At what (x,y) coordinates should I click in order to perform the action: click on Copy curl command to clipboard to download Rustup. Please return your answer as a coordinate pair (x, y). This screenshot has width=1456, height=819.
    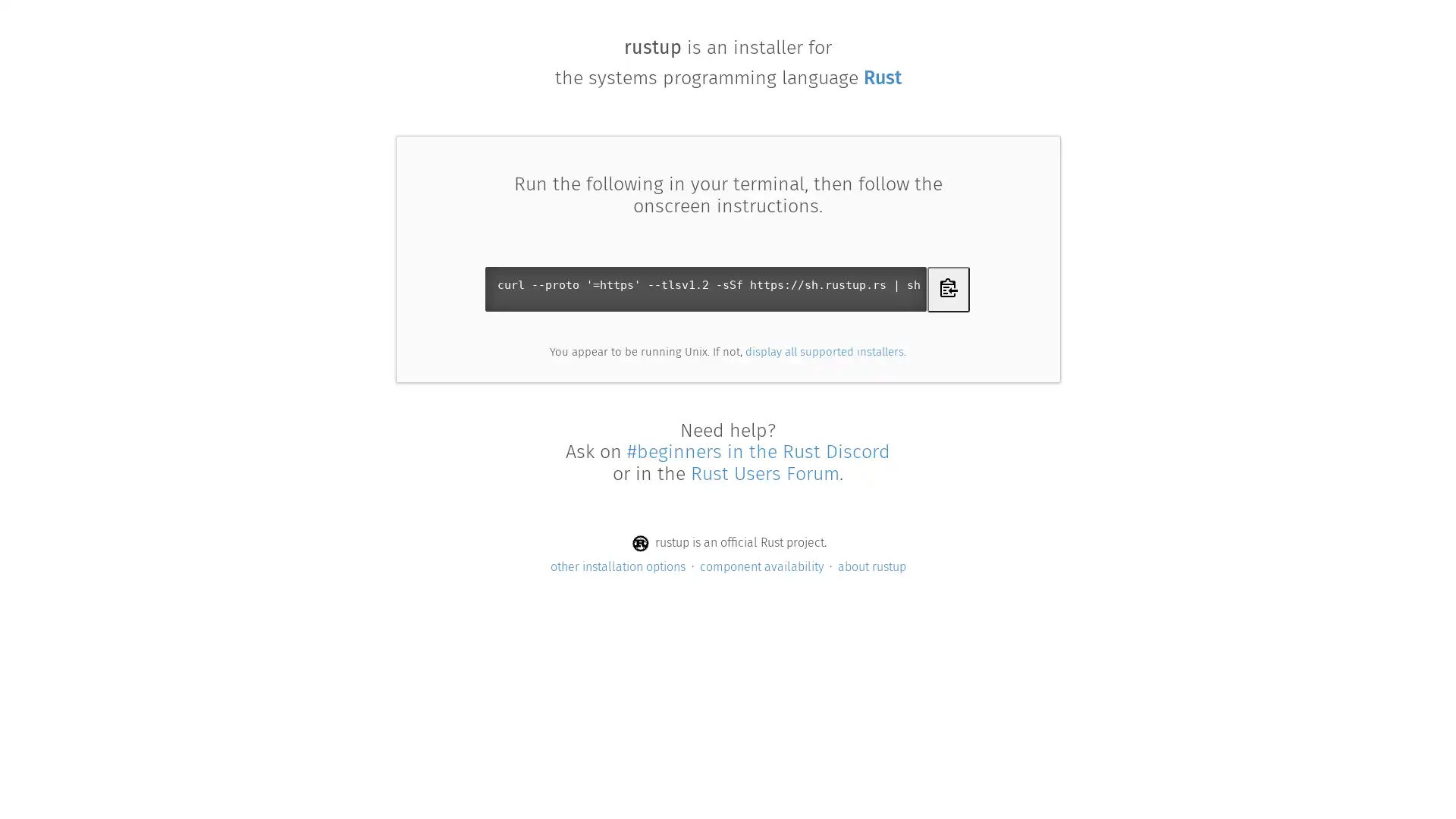
    Looking at the image, I should click on (948, 289).